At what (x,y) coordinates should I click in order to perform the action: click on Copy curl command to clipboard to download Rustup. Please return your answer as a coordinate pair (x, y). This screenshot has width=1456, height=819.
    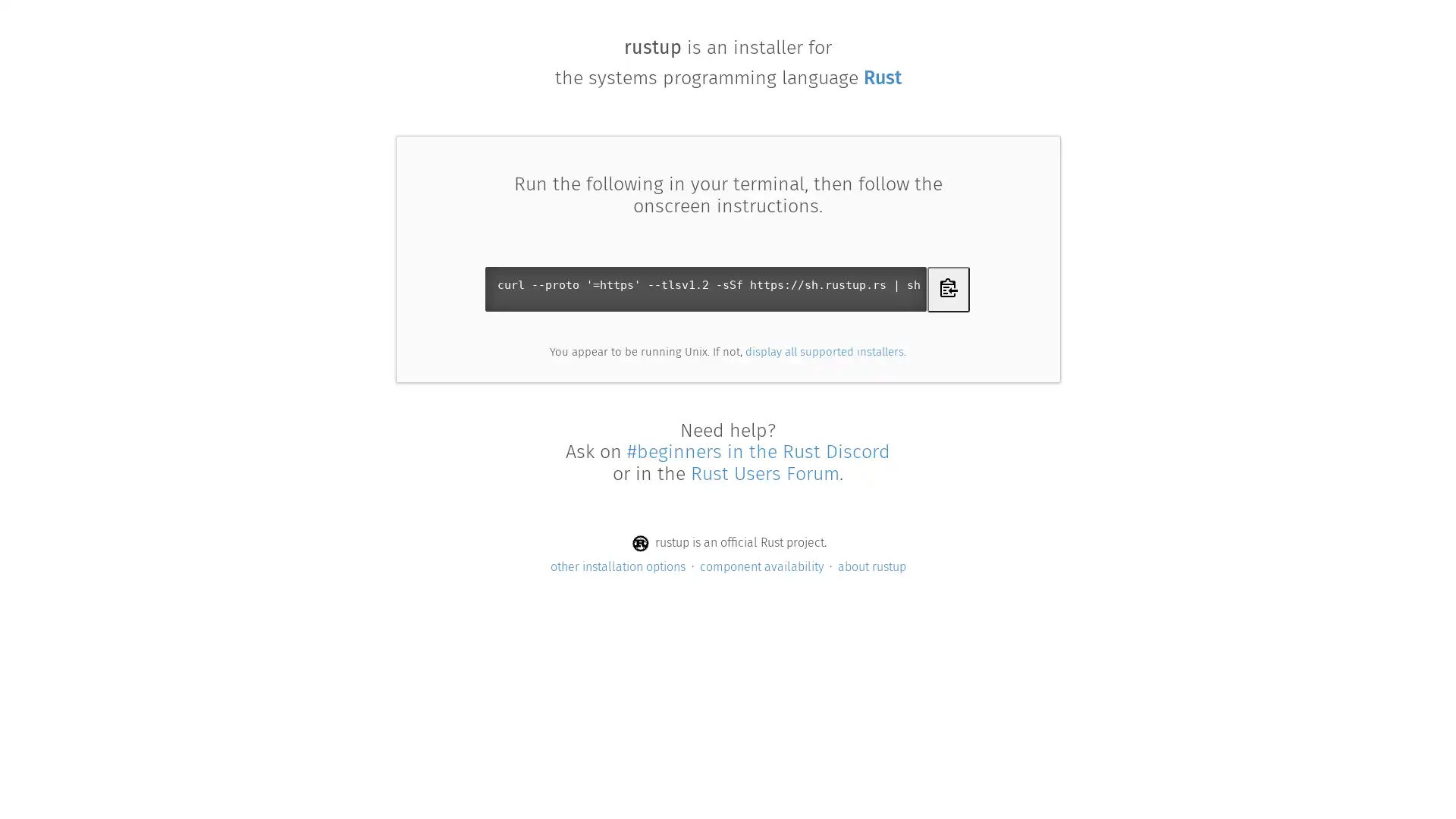
    Looking at the image, I should click on (948, 289).